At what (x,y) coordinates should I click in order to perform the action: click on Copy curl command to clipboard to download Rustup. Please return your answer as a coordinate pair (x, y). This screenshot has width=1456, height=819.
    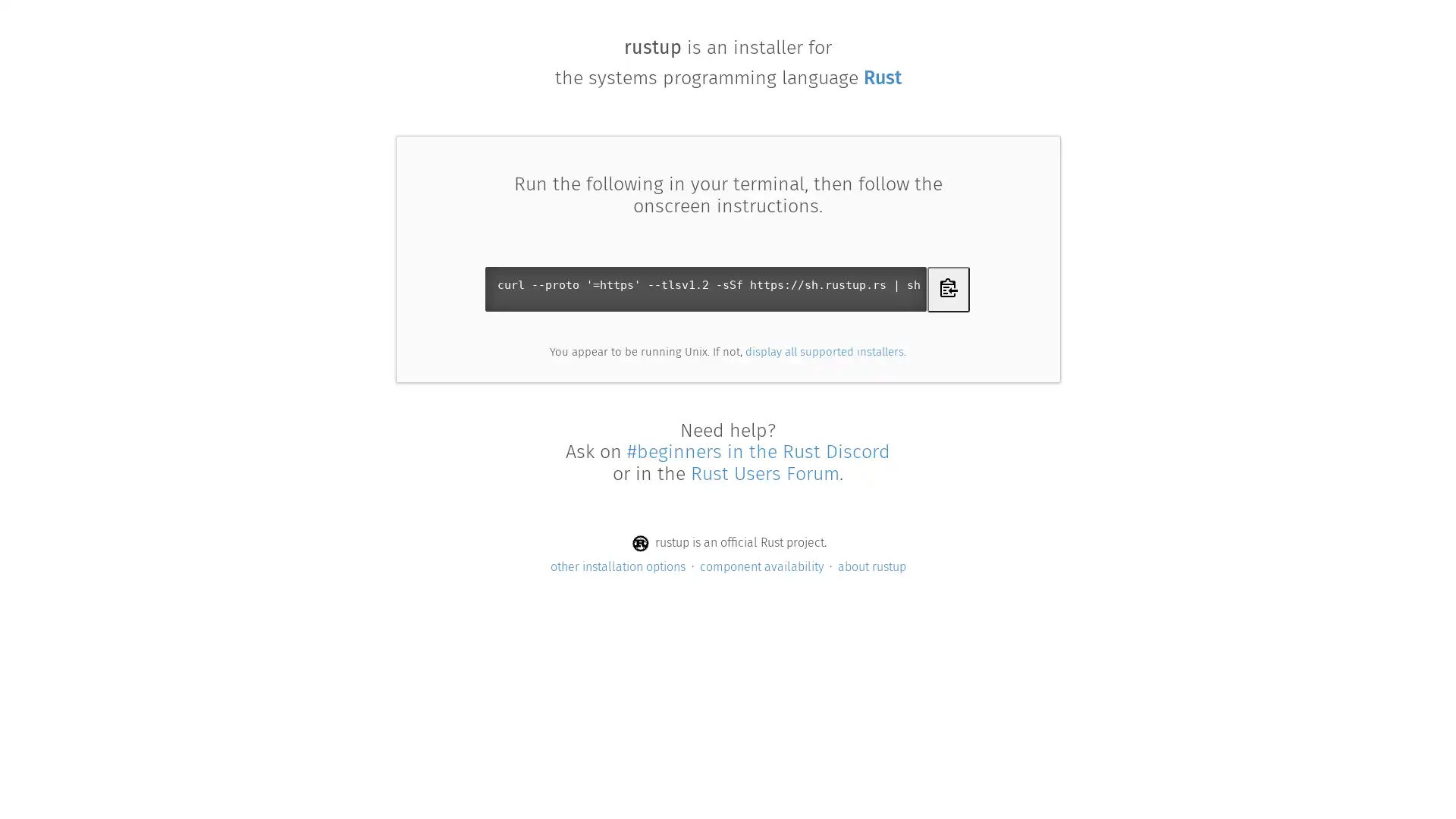
    Looking at the image, I should click on (948, 289).